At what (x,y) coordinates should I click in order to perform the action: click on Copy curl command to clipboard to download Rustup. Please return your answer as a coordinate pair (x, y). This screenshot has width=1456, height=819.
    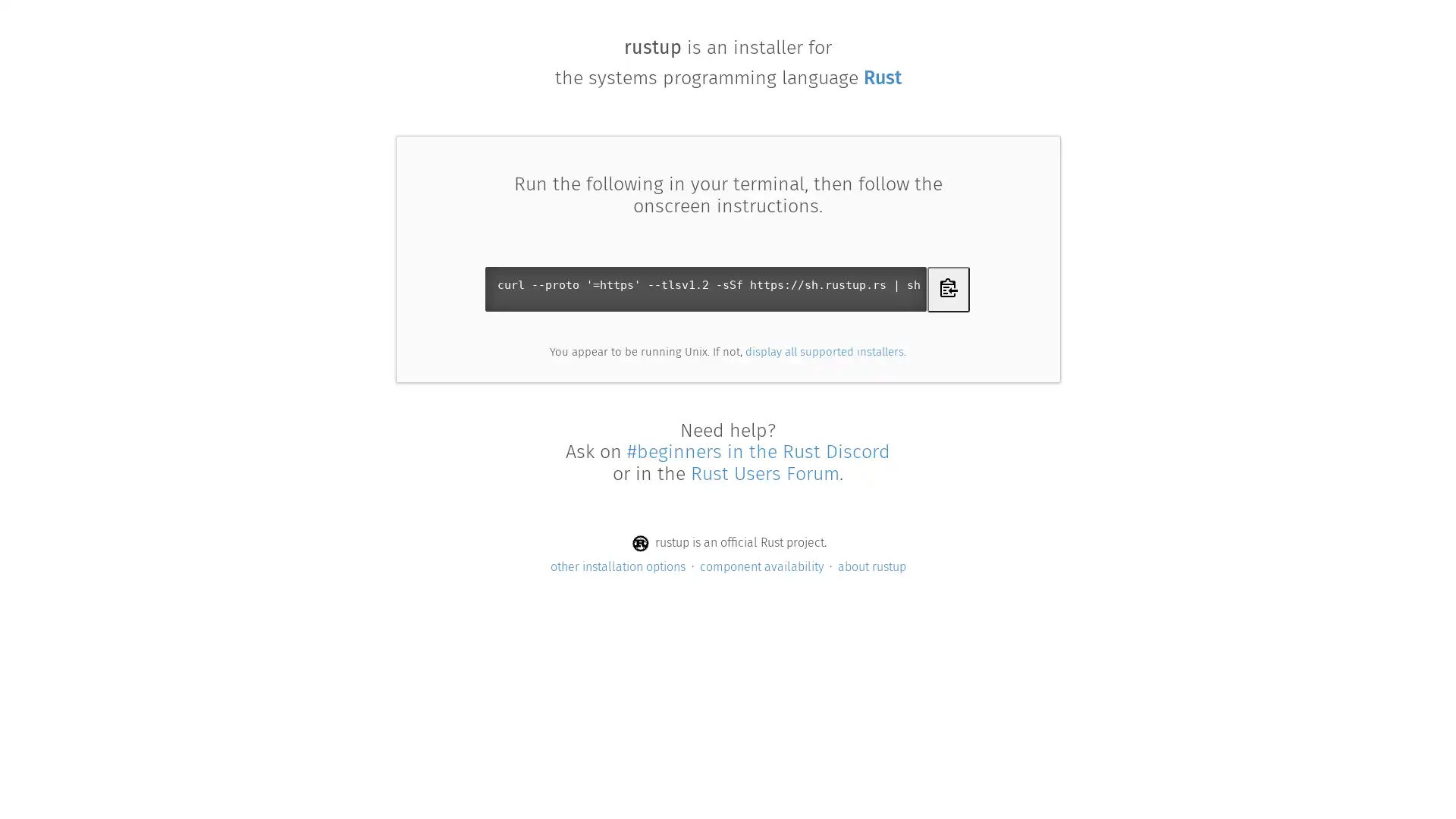
    Looking at the image, I should click on (948, 289).